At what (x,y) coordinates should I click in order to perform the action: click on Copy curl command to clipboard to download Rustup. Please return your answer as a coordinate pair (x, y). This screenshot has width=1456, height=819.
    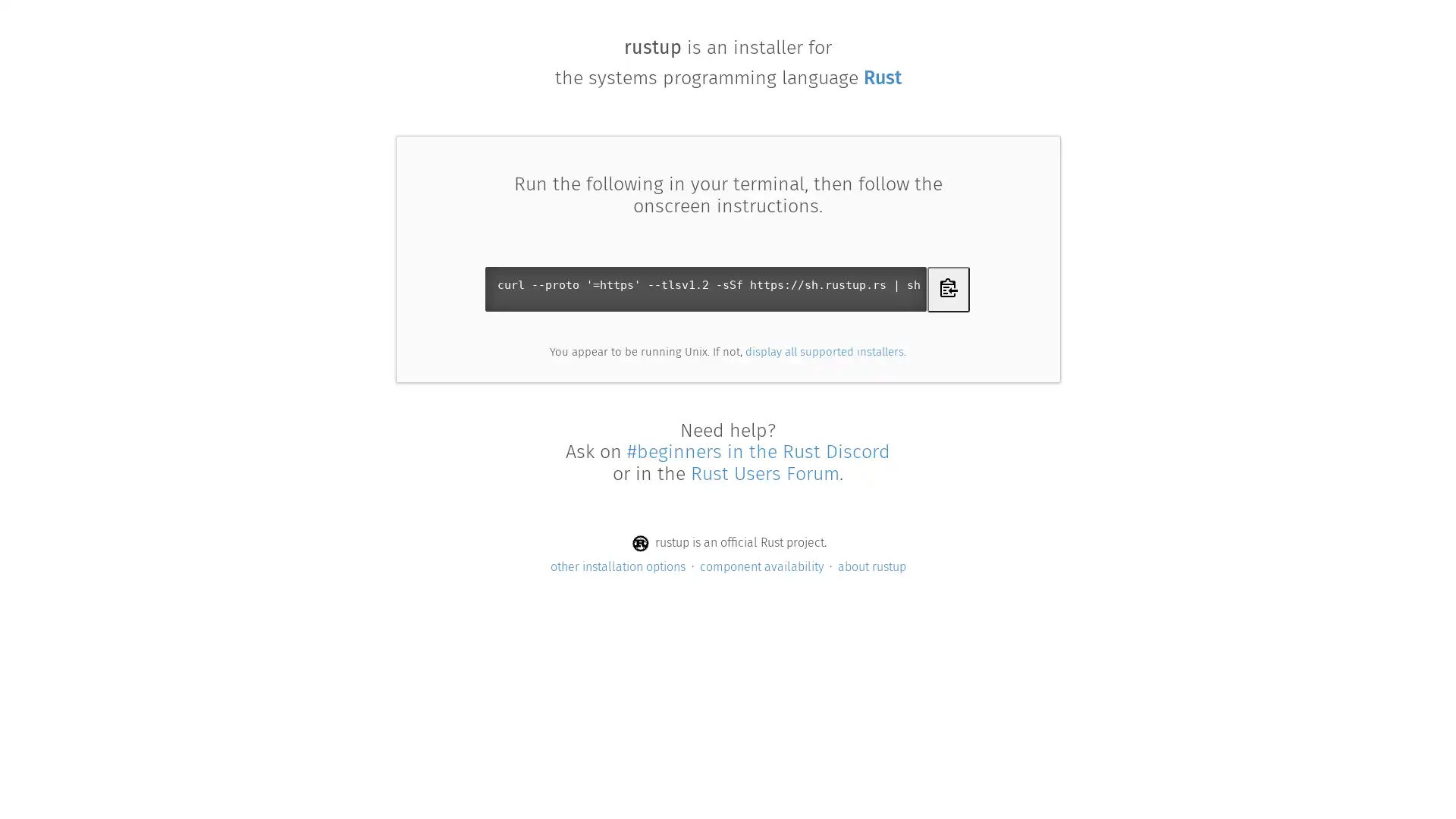
    Looking at the image, I should click on (948, 289).